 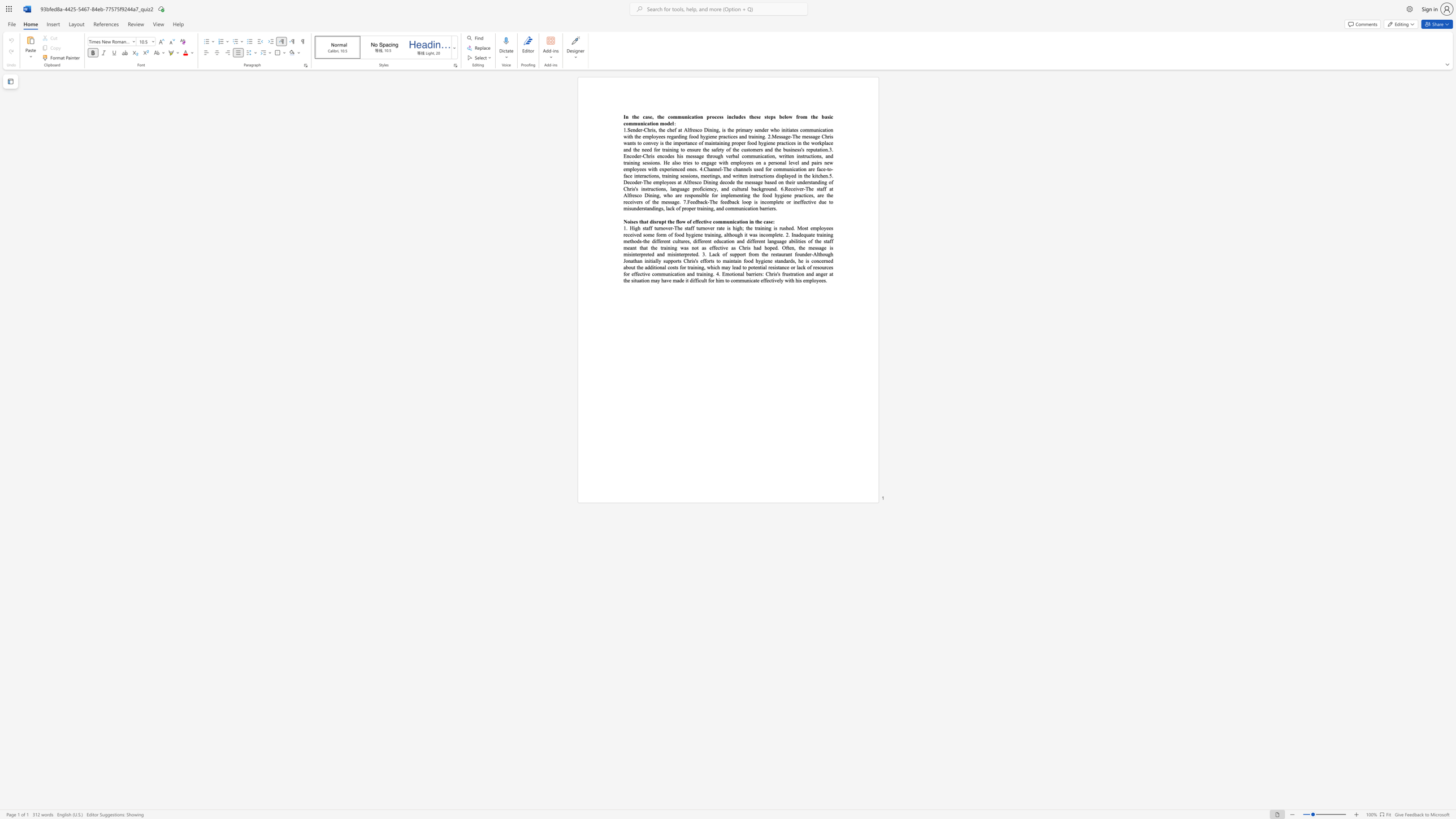 What do you see at coordinates (742, 116) in the screenshot?
I see `the 5th character "e" in the text` at bounding box center [742, 116].